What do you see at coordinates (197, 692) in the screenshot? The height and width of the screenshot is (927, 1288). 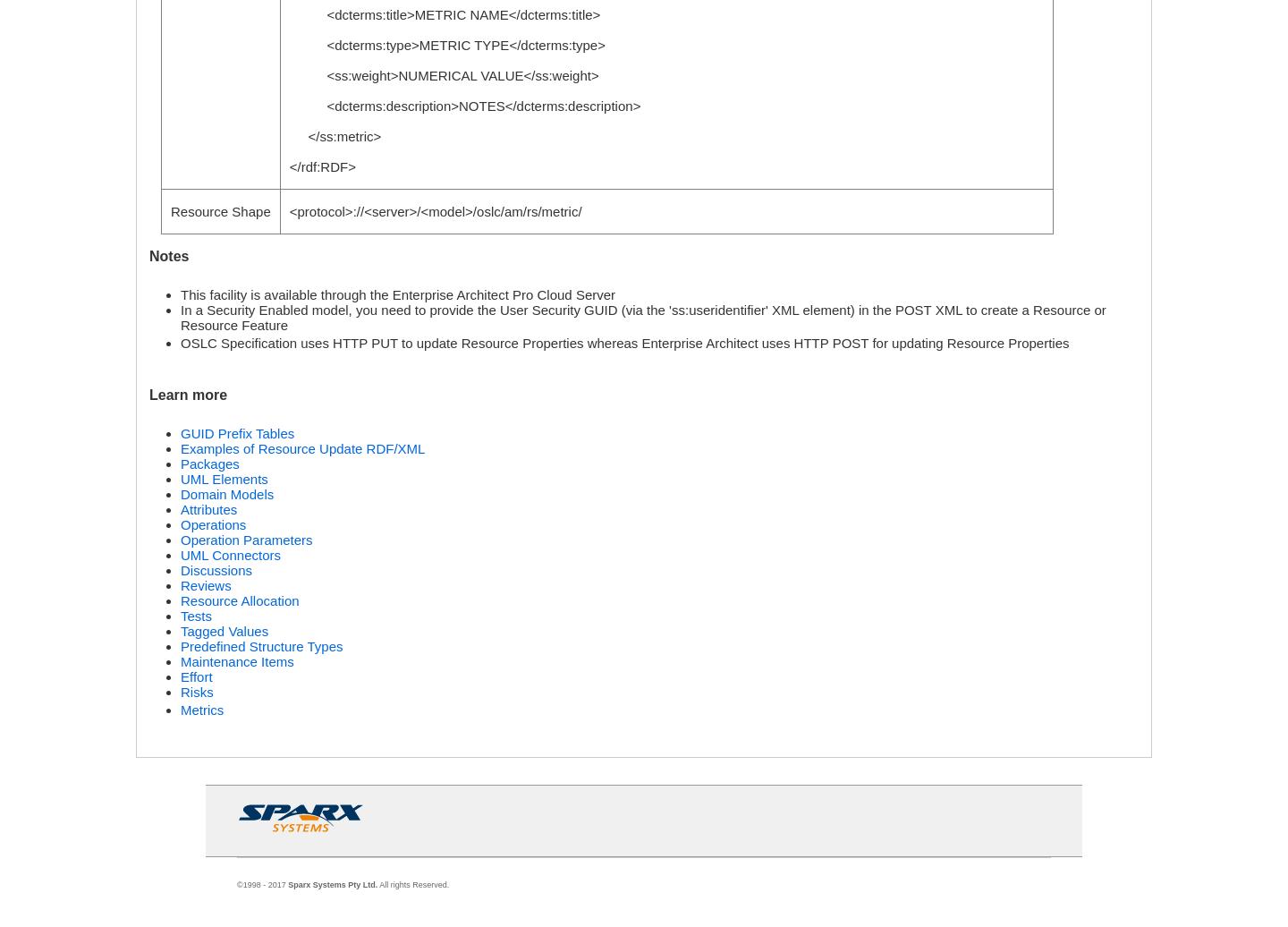 I see `'Risks'` at bounding box center [197, 692].